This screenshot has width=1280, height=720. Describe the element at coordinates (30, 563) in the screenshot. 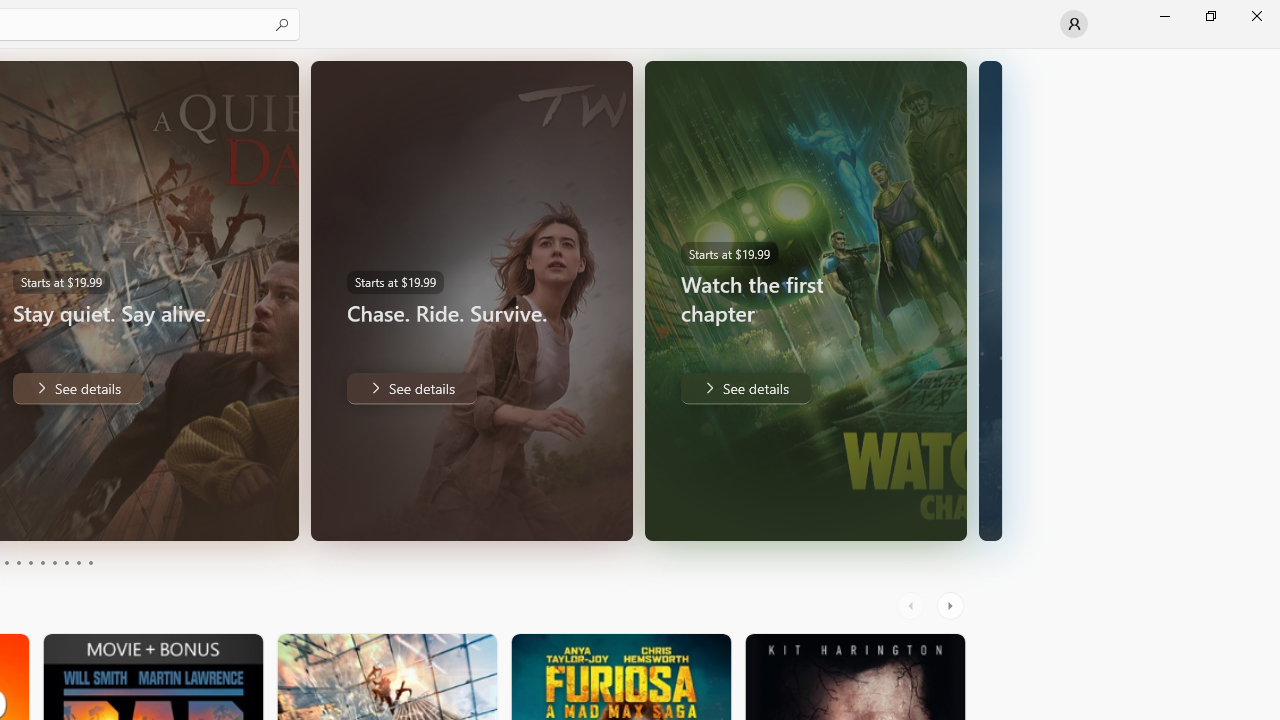

I see `'Page 5'` at that location.